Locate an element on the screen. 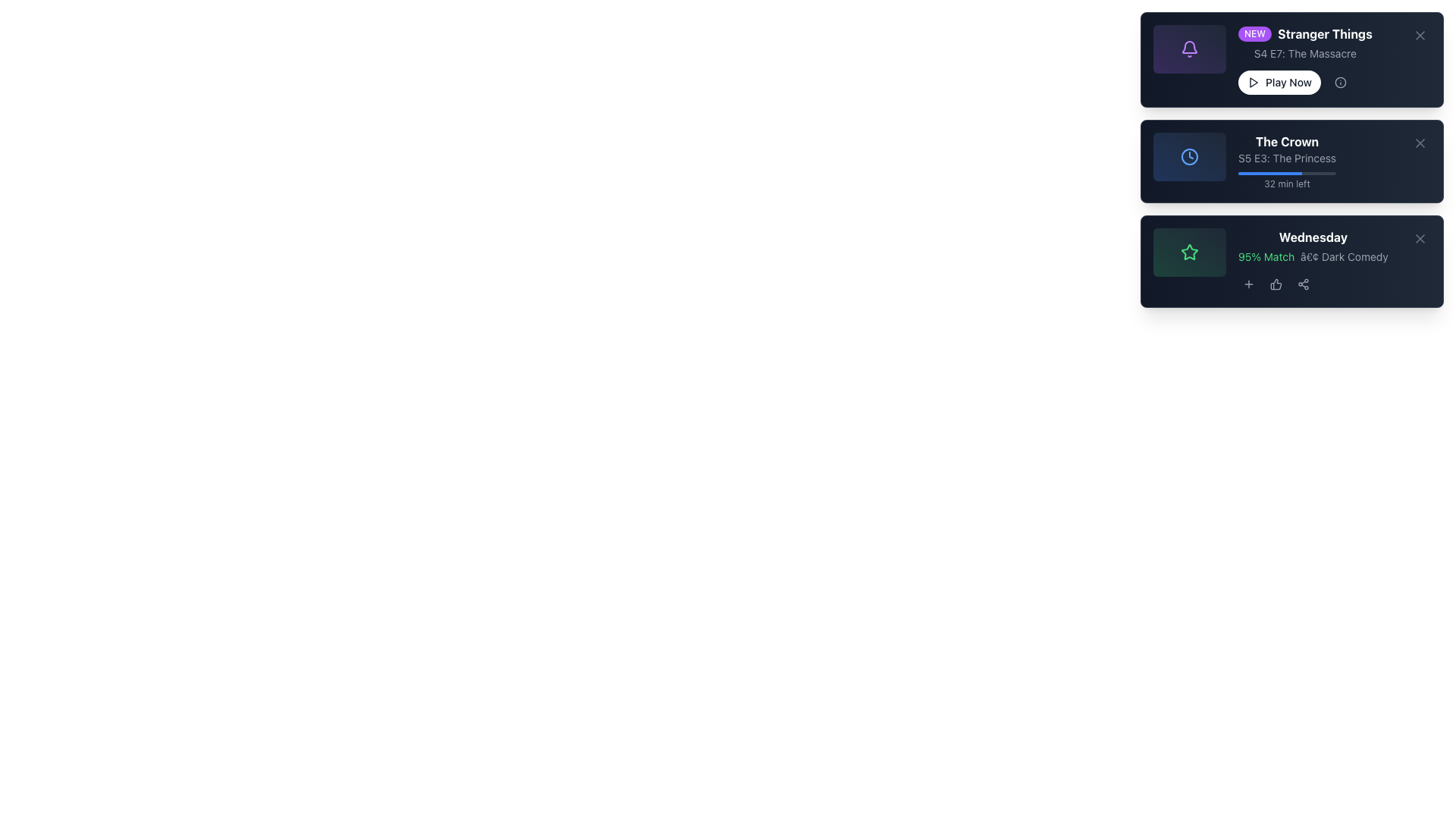  the text field displaying 'S4 E7: The Massacre' which is located beneath the bold white text 'Stranger Things' is located at coordinates (1304, 52).